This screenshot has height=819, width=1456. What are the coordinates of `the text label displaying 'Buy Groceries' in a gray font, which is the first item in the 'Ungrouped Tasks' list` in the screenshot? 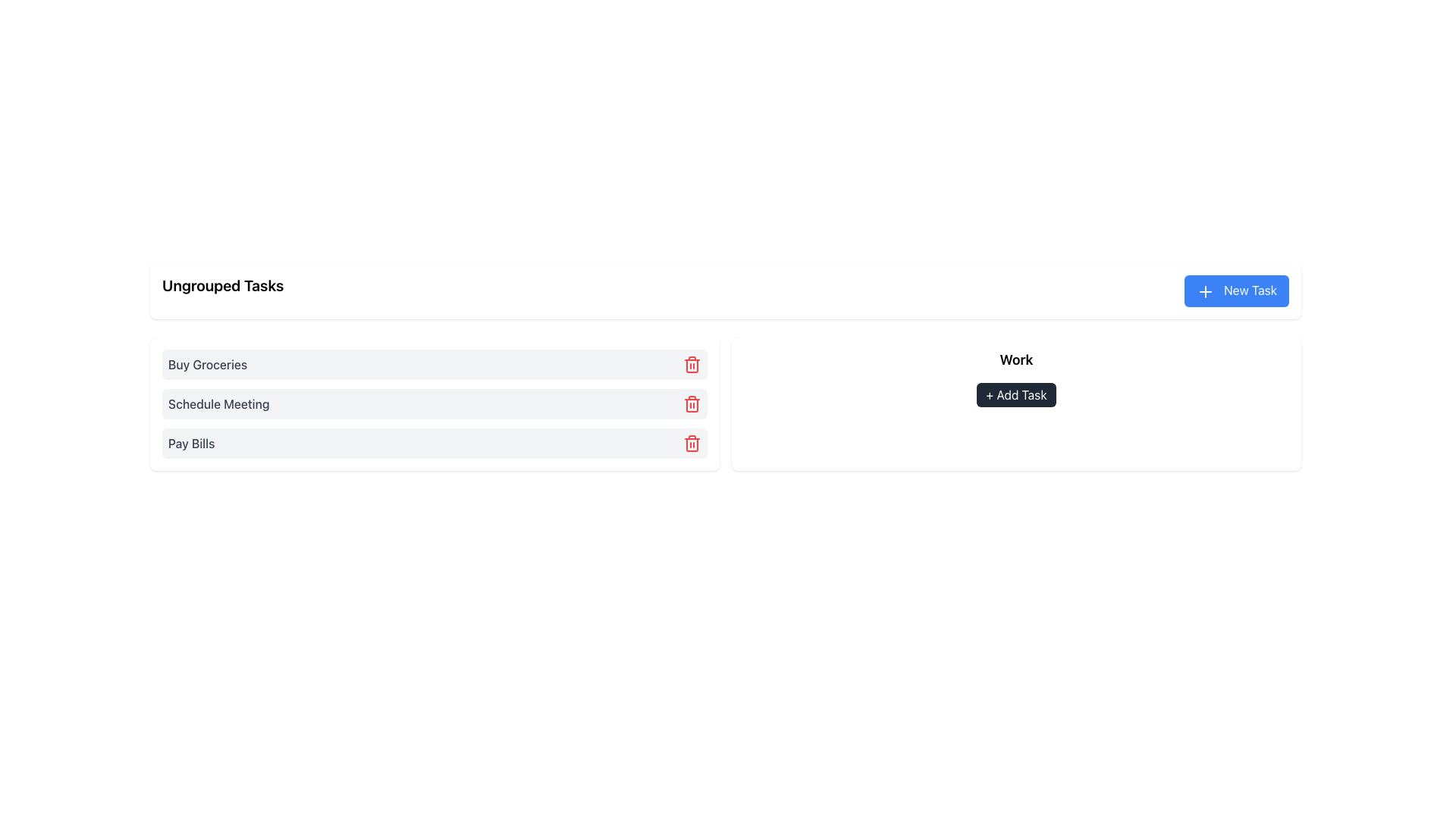 It's located at (207, 364).